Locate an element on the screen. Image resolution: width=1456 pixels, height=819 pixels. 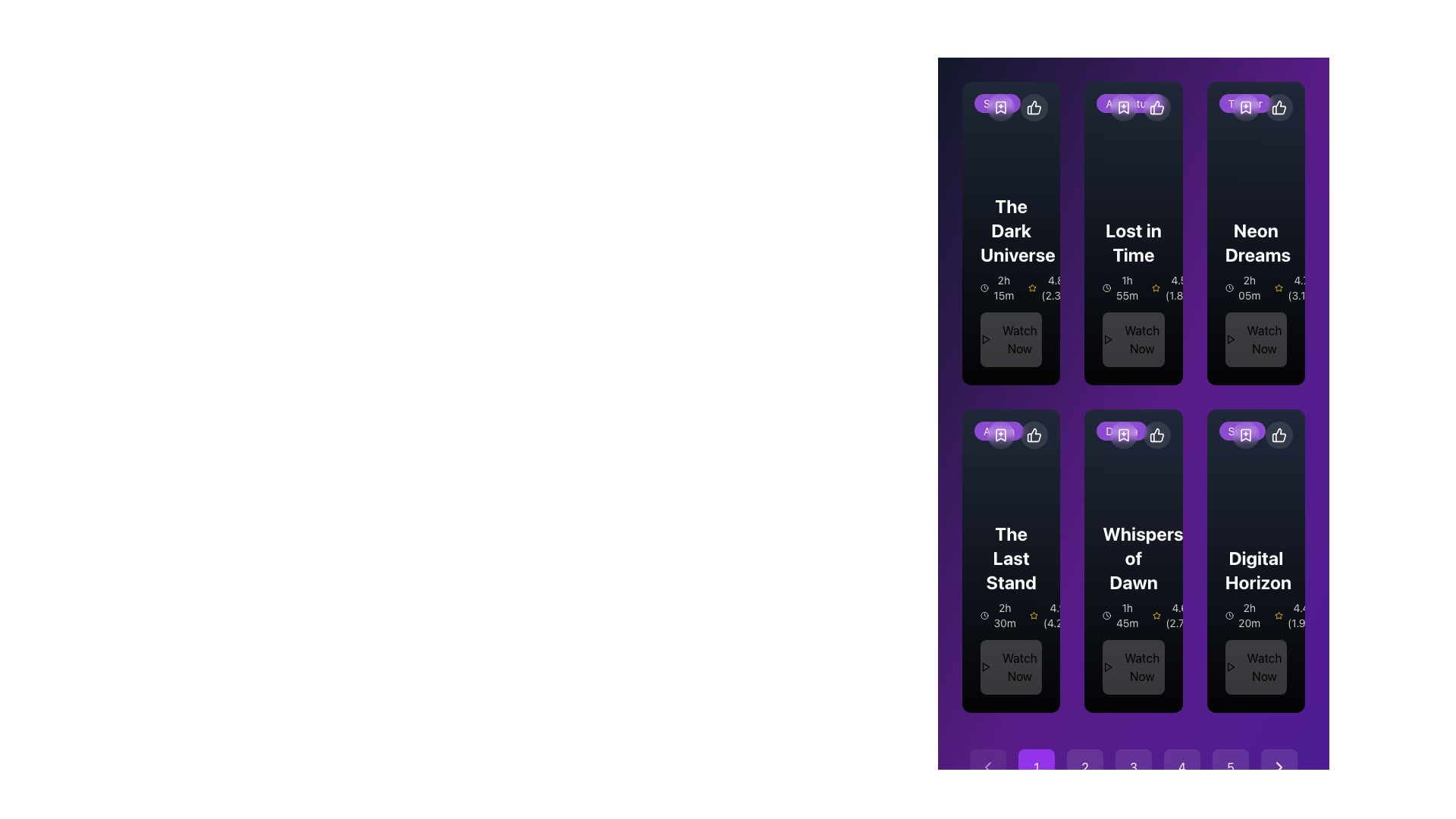
the Bookmark Icon located at the top-right section of the card labeled 'Digital Horizon' to bookmark the item for later revisit is located at coordinates (1245, 435).